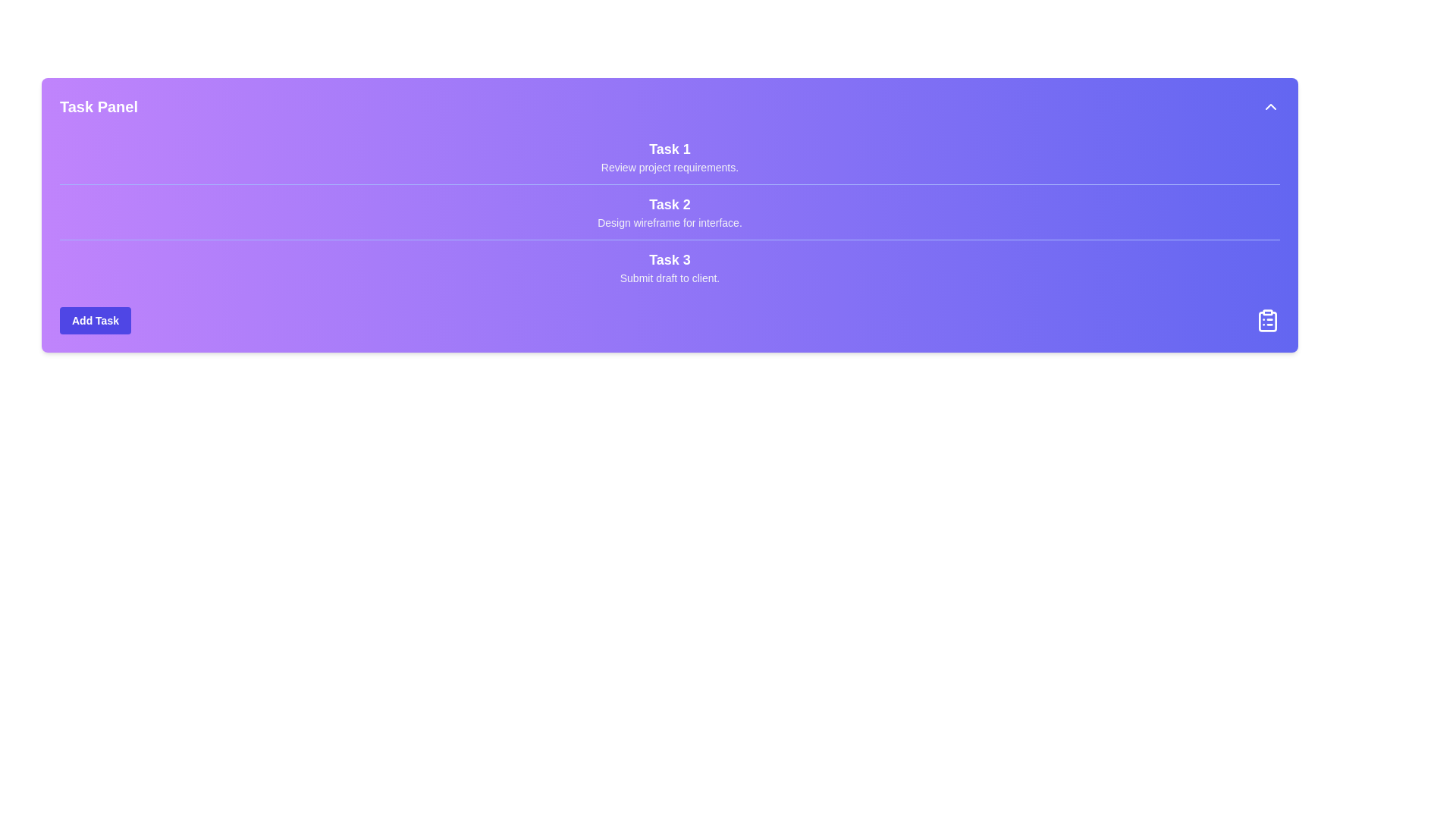  Describe the element at coordinates (1267, 321) in the screenshot. I see `the clipboard icon located in the bottom-right corner of the Task Panel, next to the 'Add Task' button` at that location.